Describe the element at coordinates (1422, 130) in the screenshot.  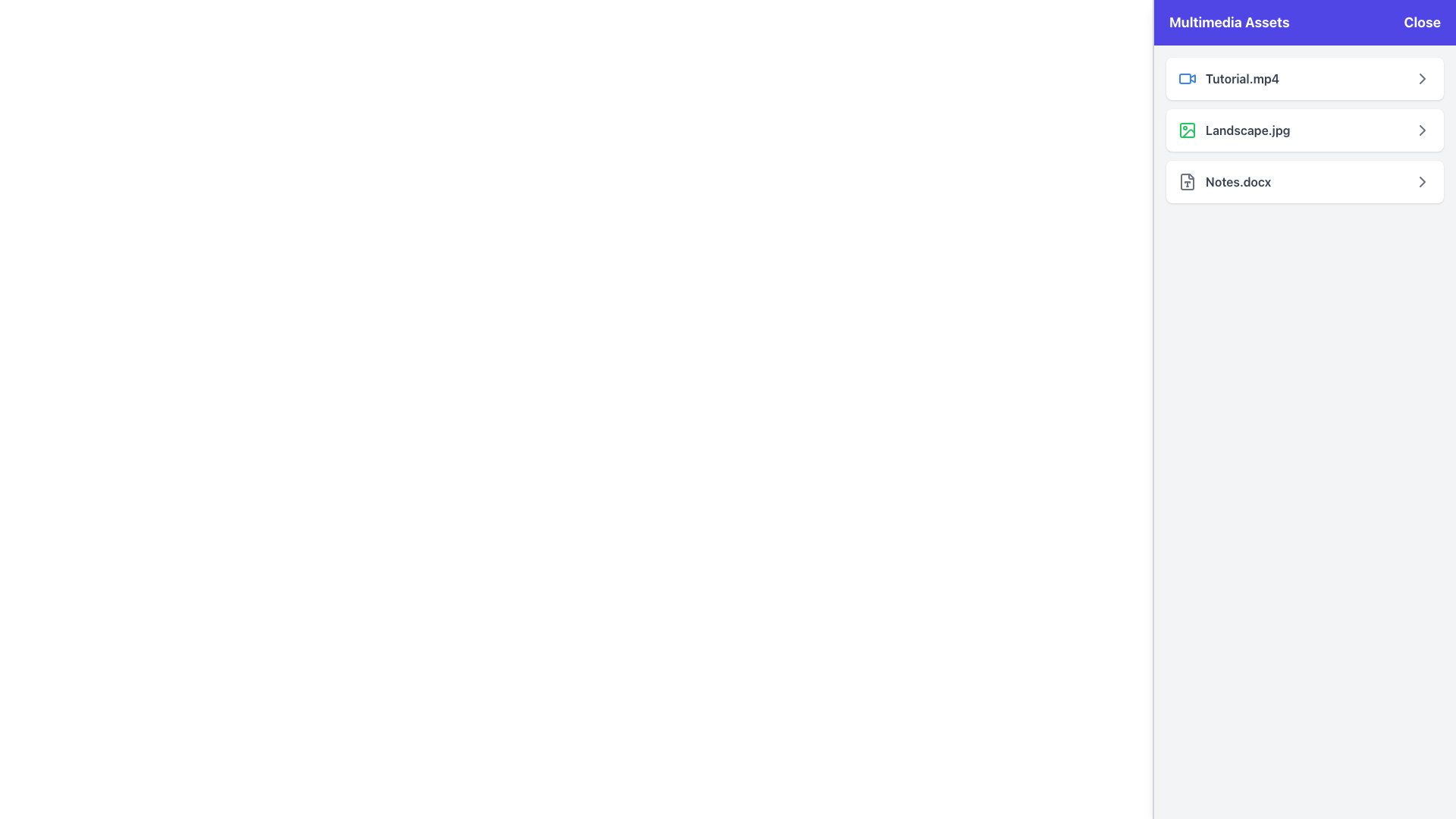
I see `the chevron arrow icon used for forward navigation or link expansion, which is positioned to the right of the text items like 'Tutorial.mp4' or 'Notes.docx'` at that location.